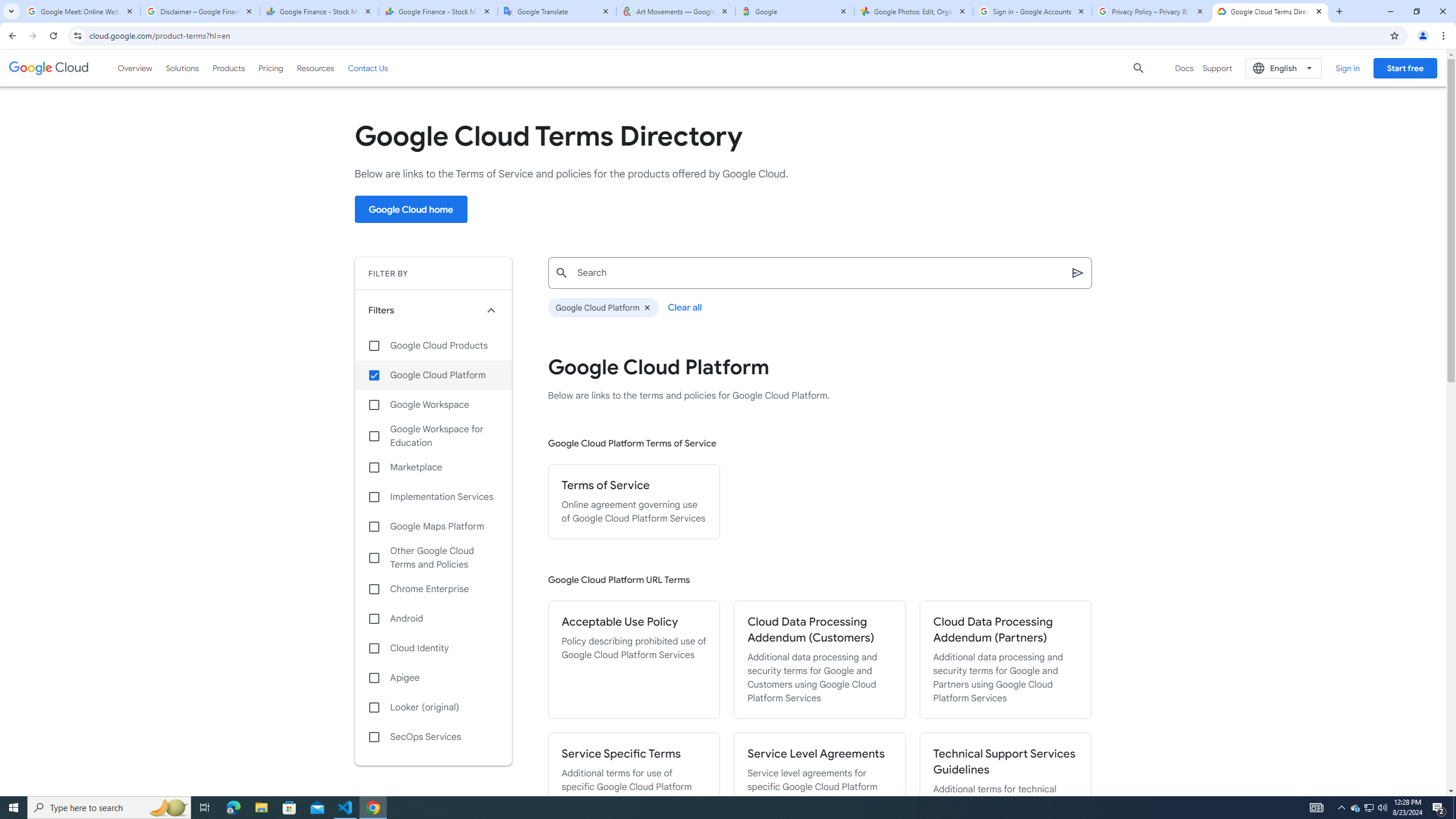  I want to click on 'Sign in - Google Accounts', so click(1032, 11).